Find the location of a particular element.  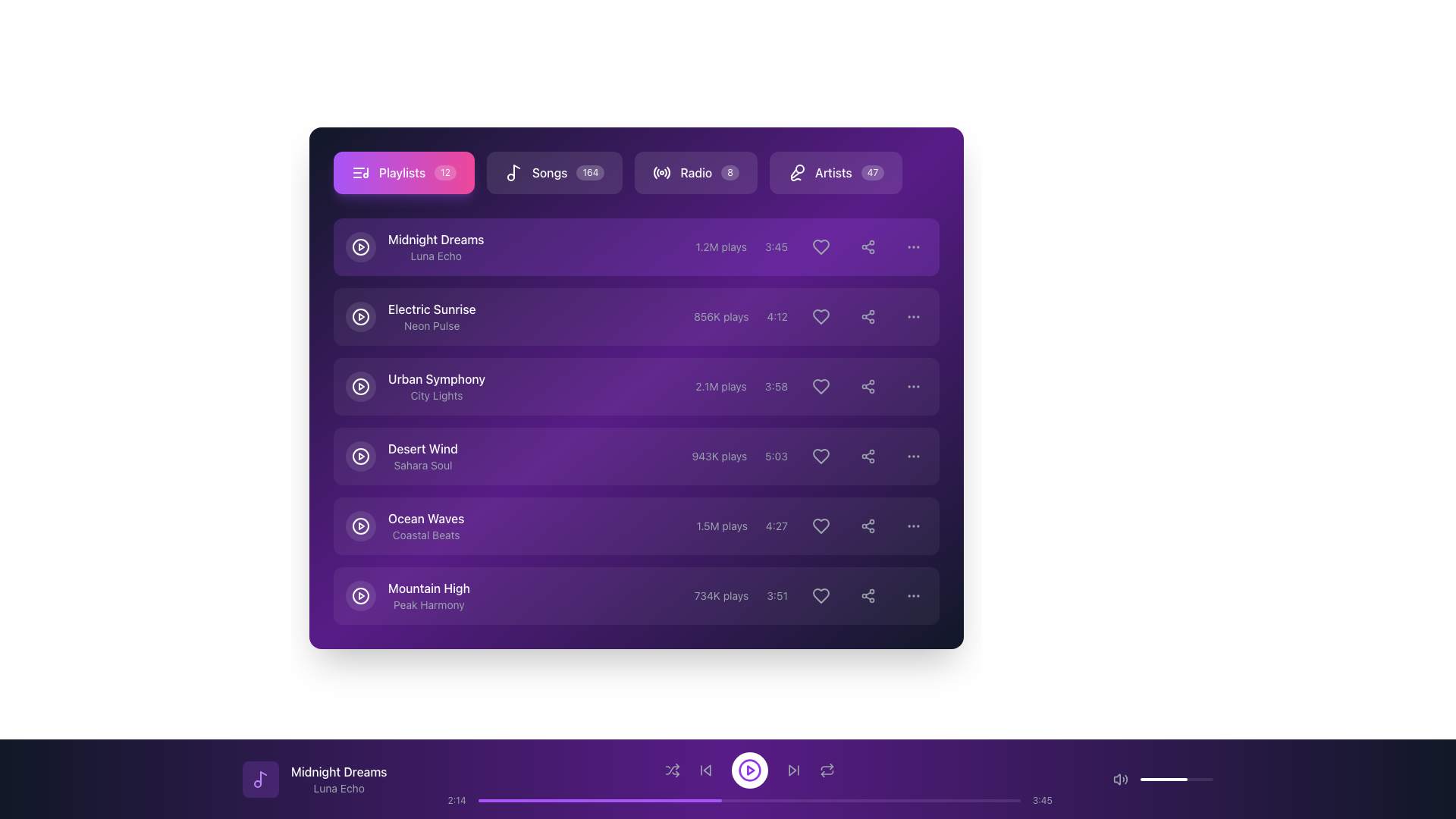

the text label displaying the timestamp '4:27' located in the fifth row of the playlist panel, positioned between the play count '1.5M plays' and a heart-shaped icon is located at coordinates (777, 526).